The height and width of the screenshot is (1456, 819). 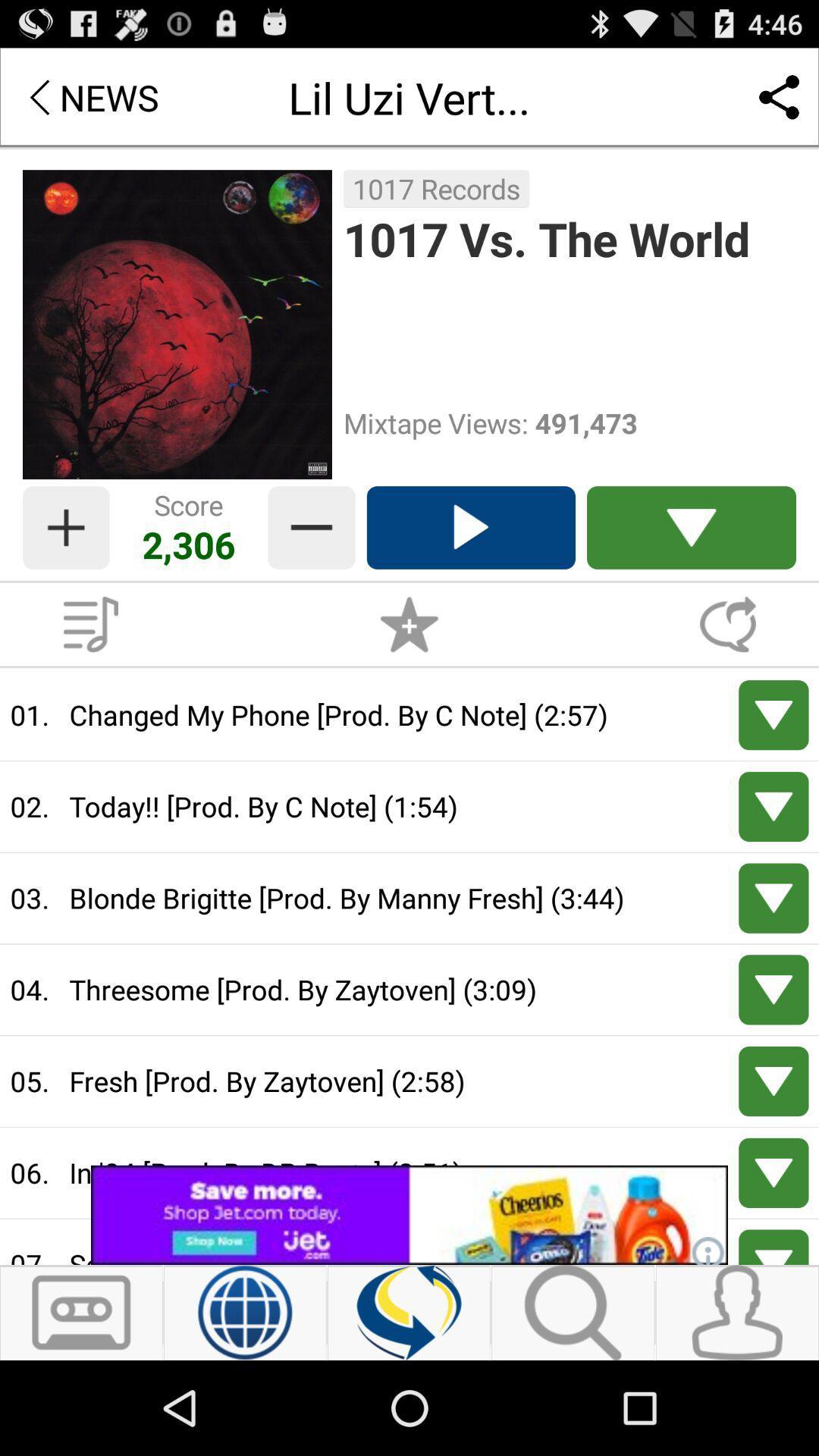 I want to click on arrow down for next, so click(x=773, y=898).